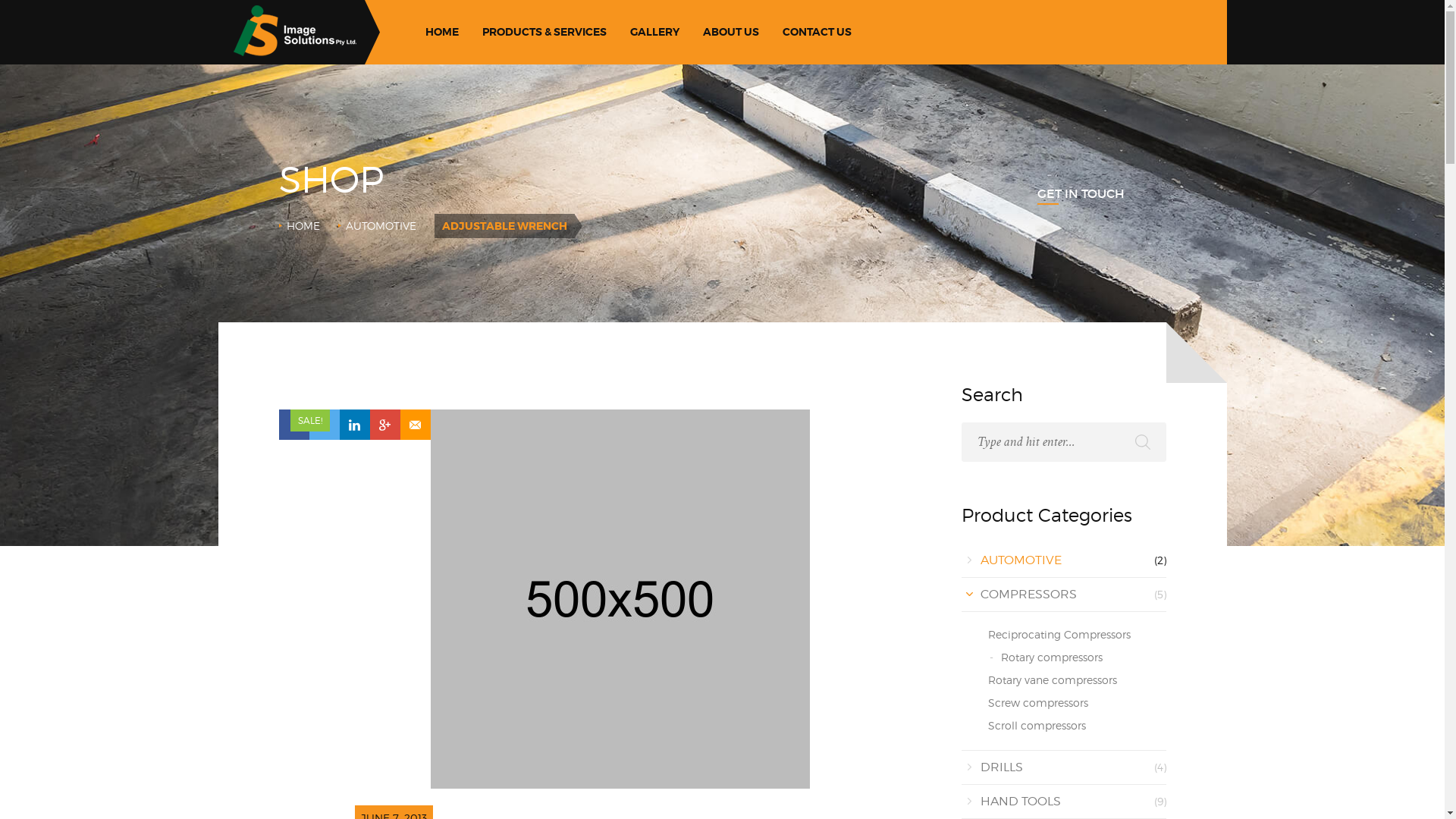  I want to click on 'Share by Email', so click(400, 424).